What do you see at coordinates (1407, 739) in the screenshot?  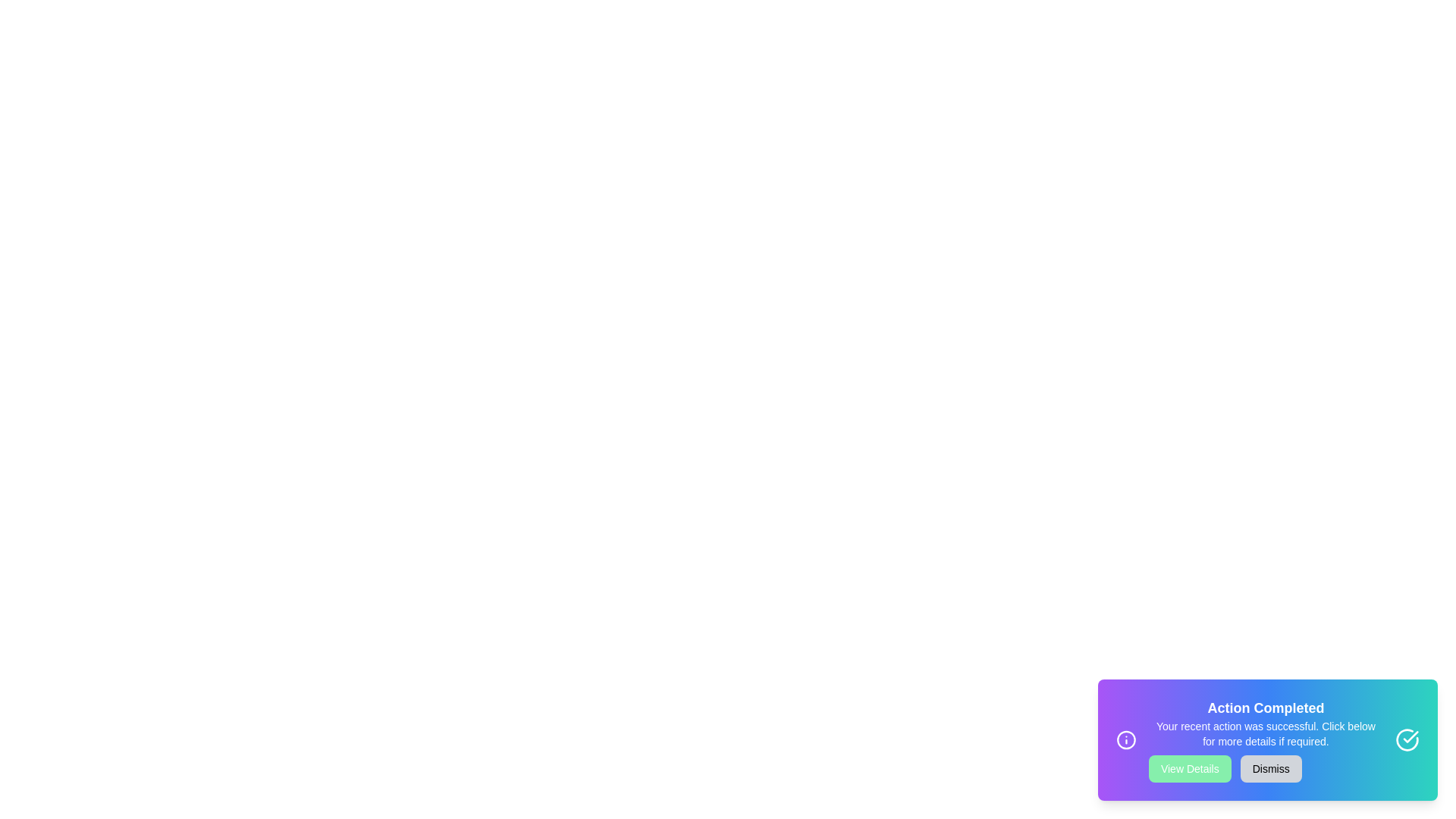 I see `the icon button (check circle) to close the snackbar` at bounding box center [1407, 739].